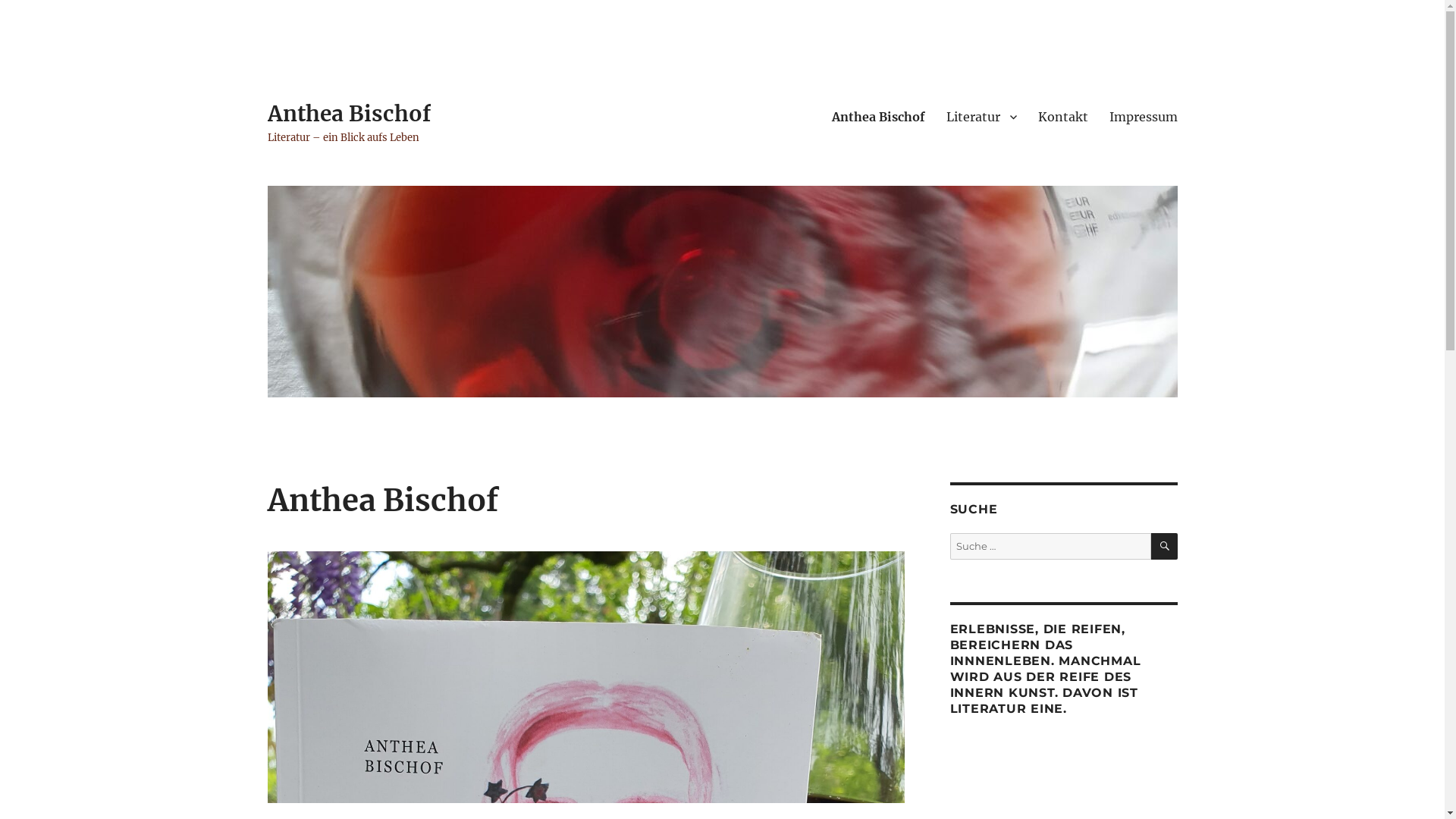 This screenshot has width=1456, height=819. Describe the element at coordinates (1163, 546) in the screenshot. I see `'SUCHE'` at that location.